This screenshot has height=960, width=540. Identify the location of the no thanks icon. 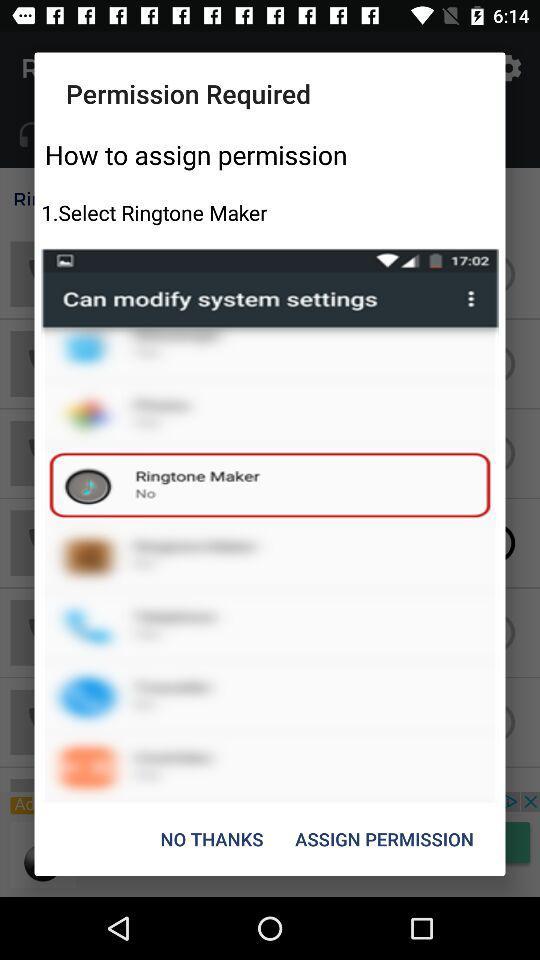
(211, 839).